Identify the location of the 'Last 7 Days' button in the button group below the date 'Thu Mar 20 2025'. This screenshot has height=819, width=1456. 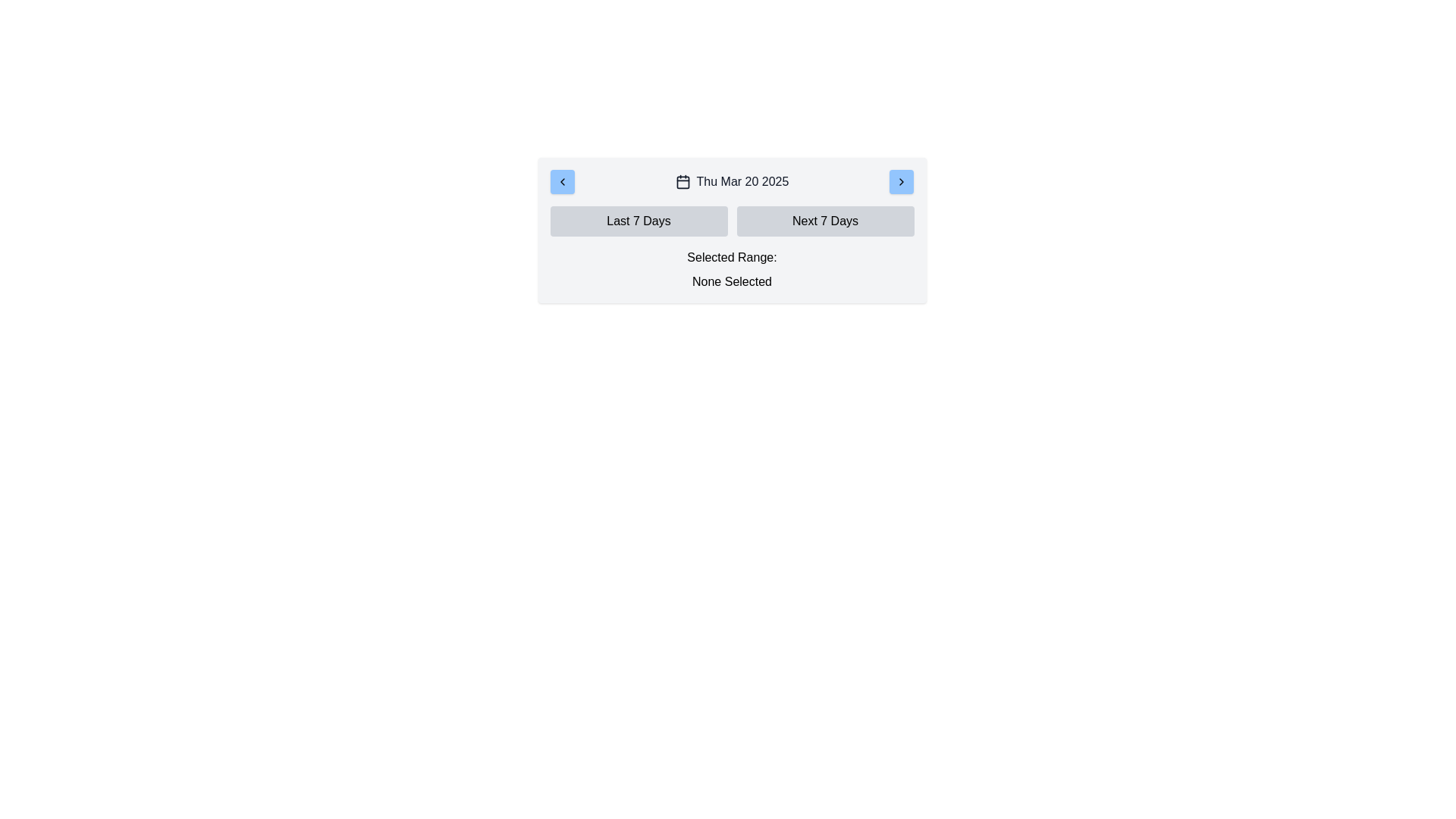
(732, 221).